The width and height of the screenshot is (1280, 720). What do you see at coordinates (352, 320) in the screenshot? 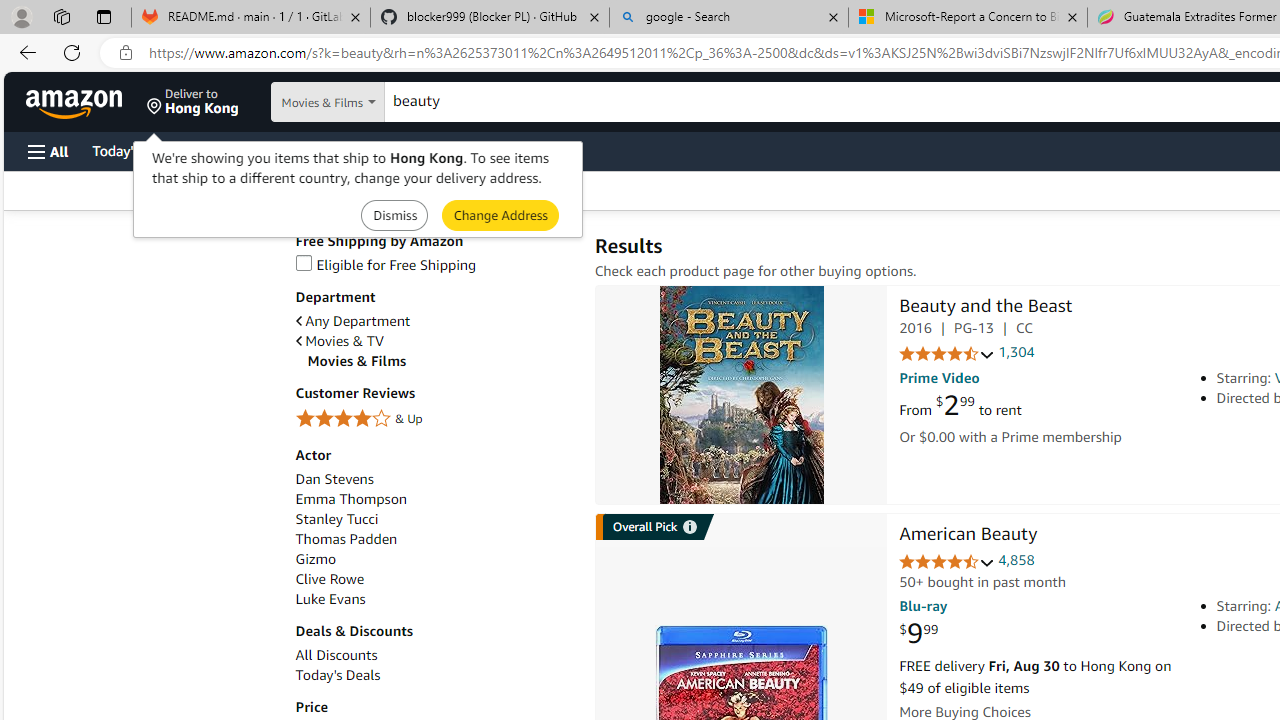
I see `'Any Department'` at bounding box center [352, 320].